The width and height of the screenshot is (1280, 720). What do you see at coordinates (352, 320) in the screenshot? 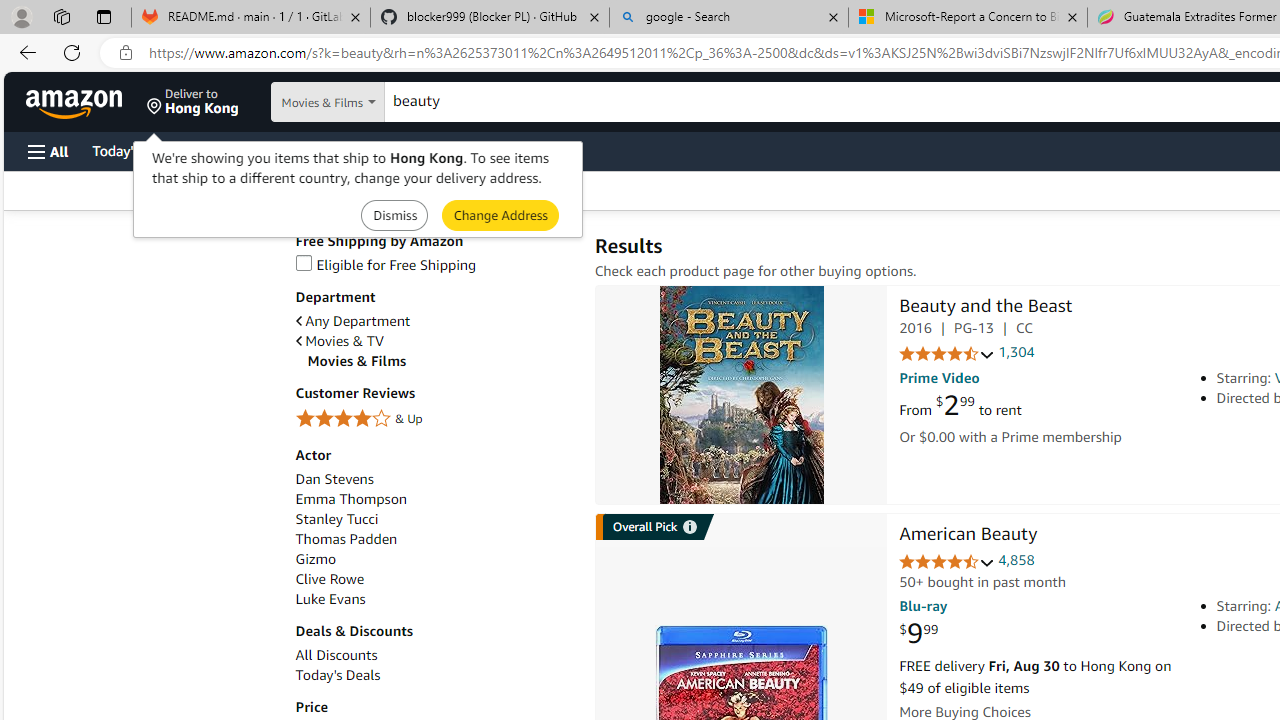
I see `'Any Department'` at bounding box center [352, 320].